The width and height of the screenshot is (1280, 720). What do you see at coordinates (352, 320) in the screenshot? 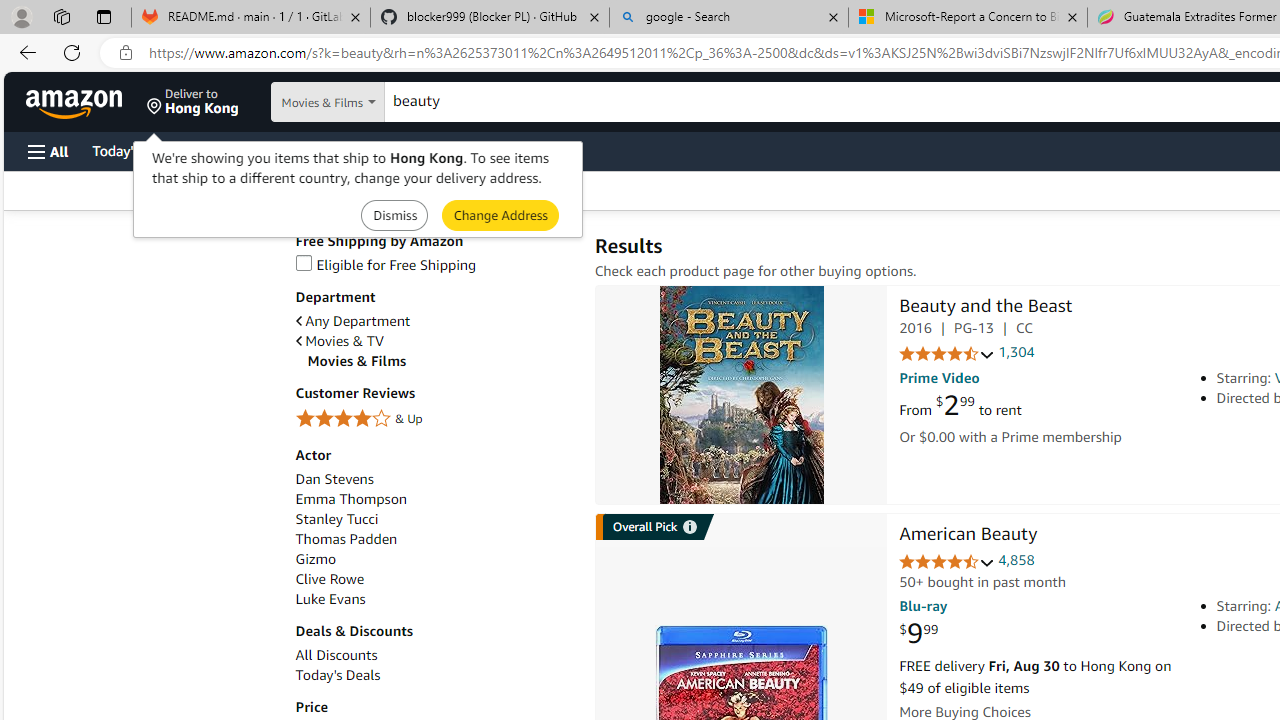
I see `'Any Department'` at bounding box center [352, 320].